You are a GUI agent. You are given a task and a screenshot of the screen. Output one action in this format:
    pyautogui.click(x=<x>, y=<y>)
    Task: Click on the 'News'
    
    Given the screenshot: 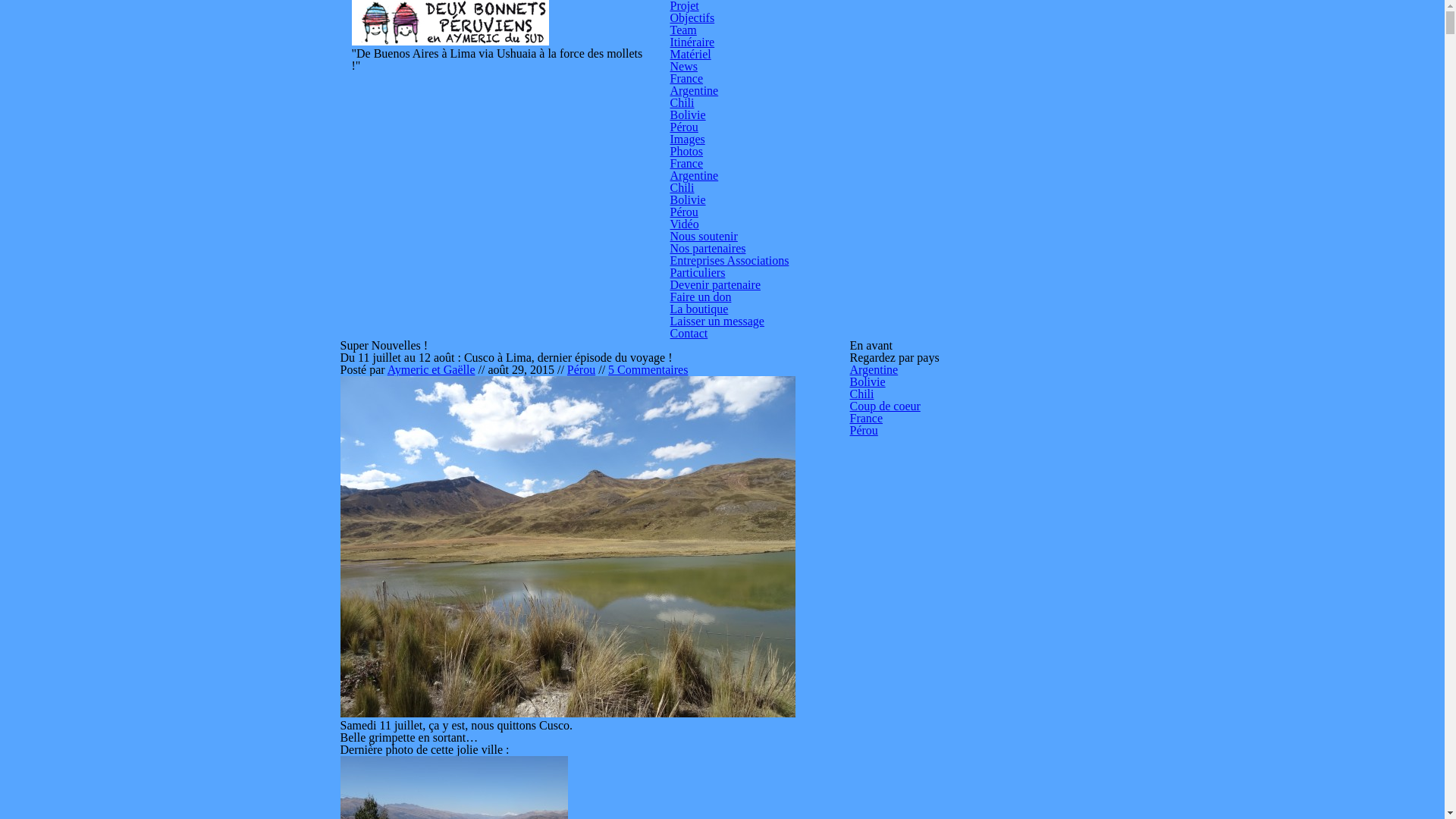 What is the action you would take?
    pyautogui.click(x=683, y=65)
    